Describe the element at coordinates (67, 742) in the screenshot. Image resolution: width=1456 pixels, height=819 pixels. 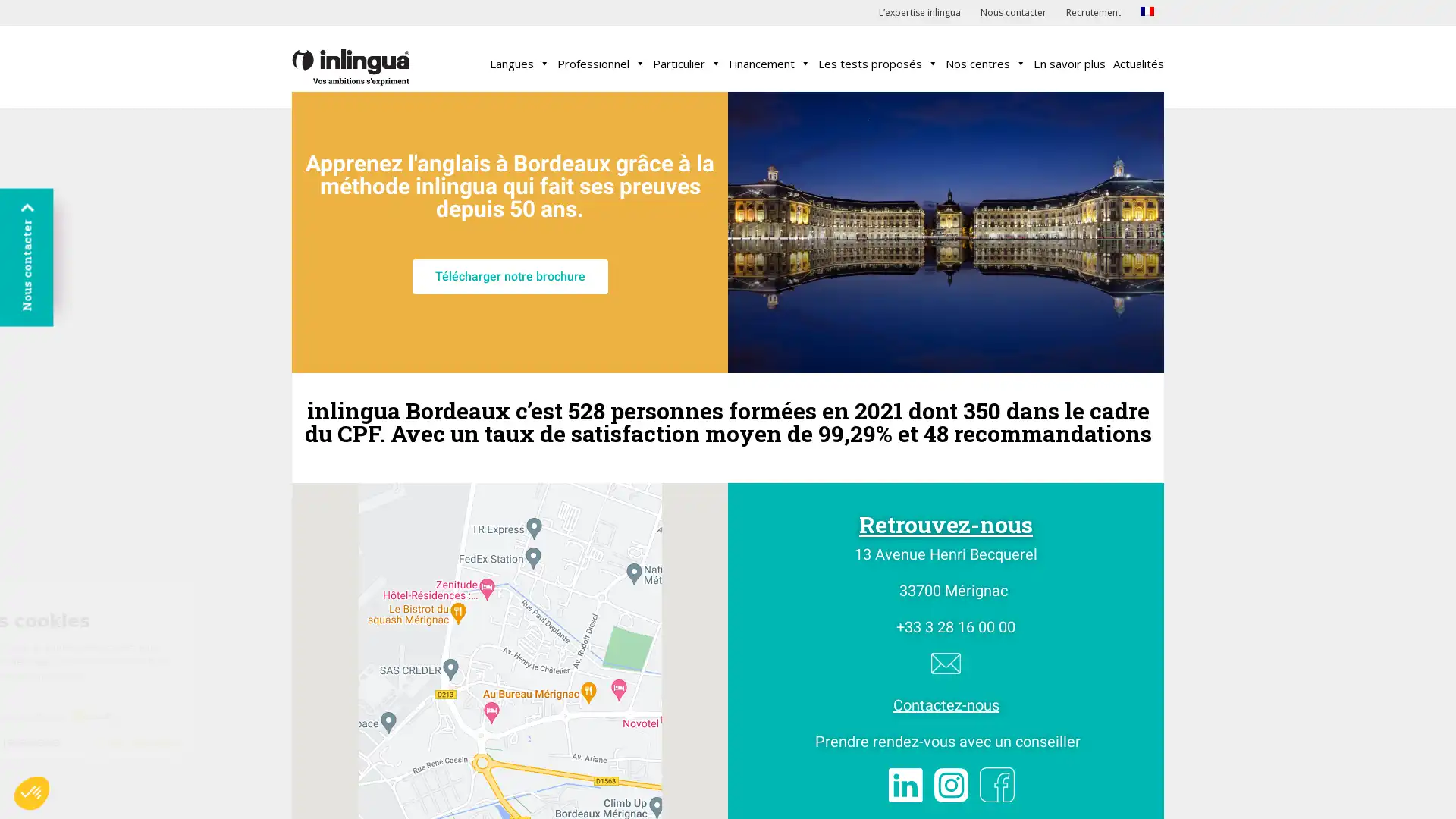
I see `Fermer` at that location.